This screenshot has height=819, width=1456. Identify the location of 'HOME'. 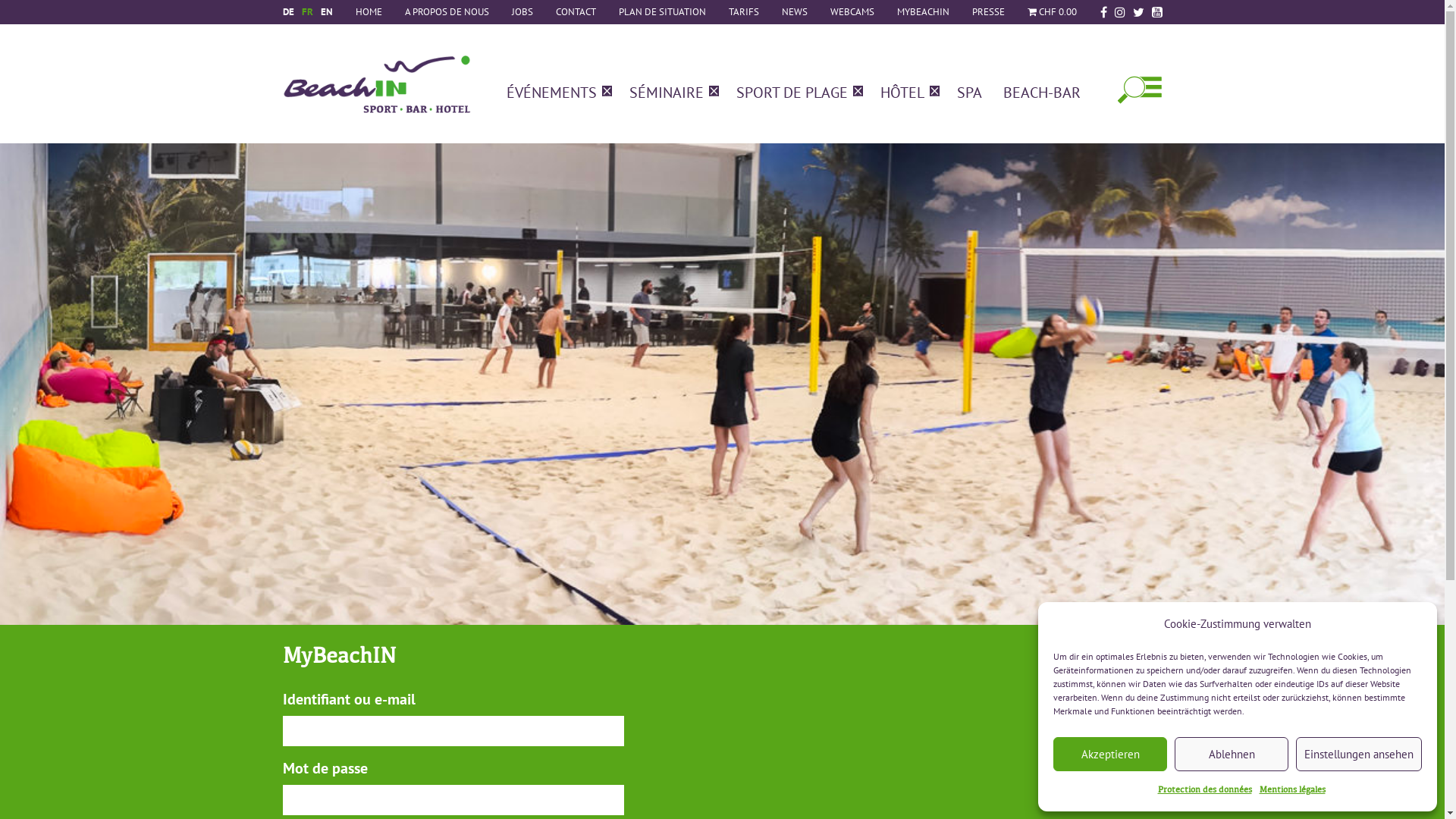
(369, 11).